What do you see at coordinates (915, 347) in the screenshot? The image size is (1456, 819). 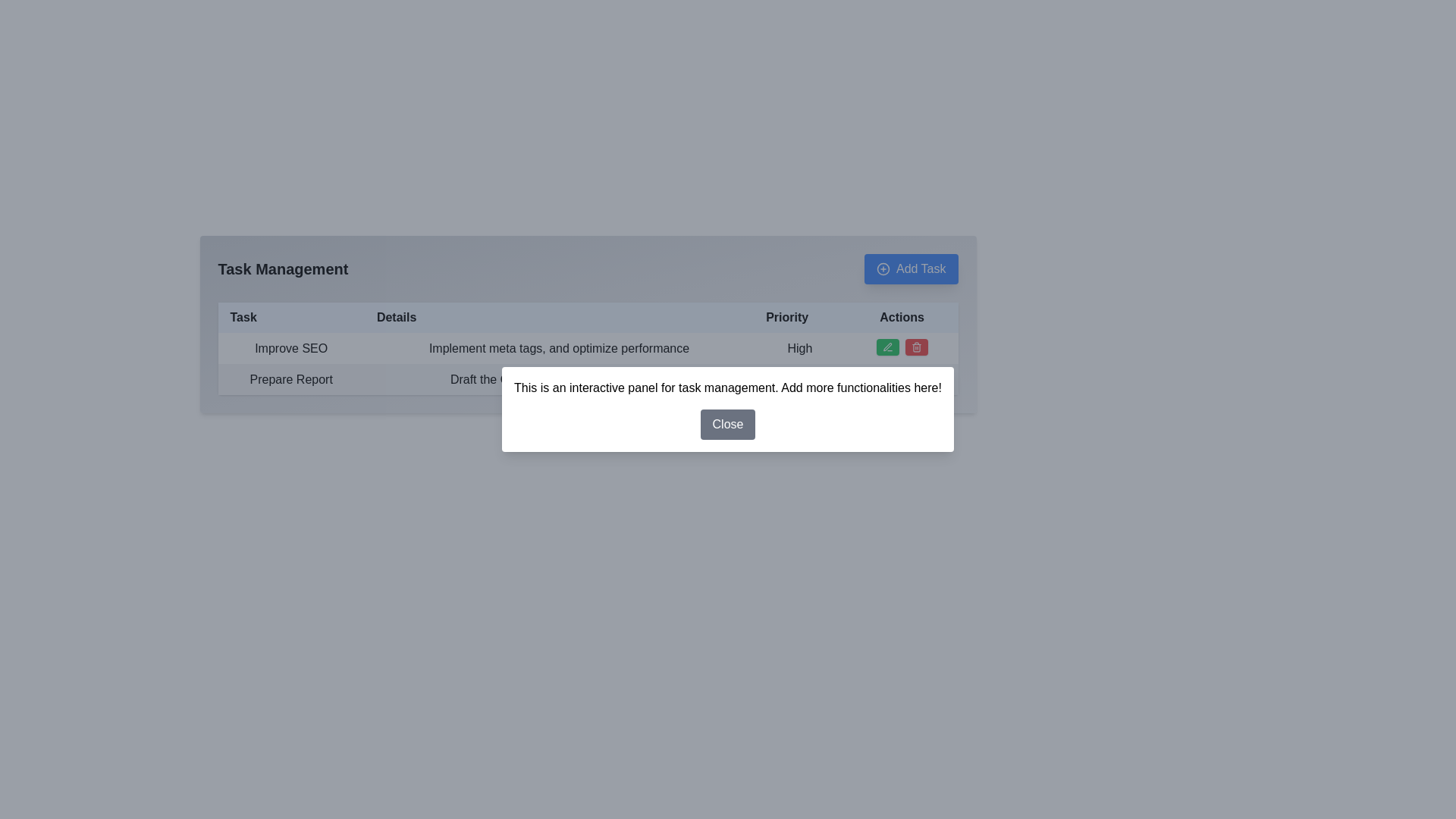 I see `the red delete button with a trashcan icon located in the 'Actions' column of the task management table` at bounding box center [915, 347].